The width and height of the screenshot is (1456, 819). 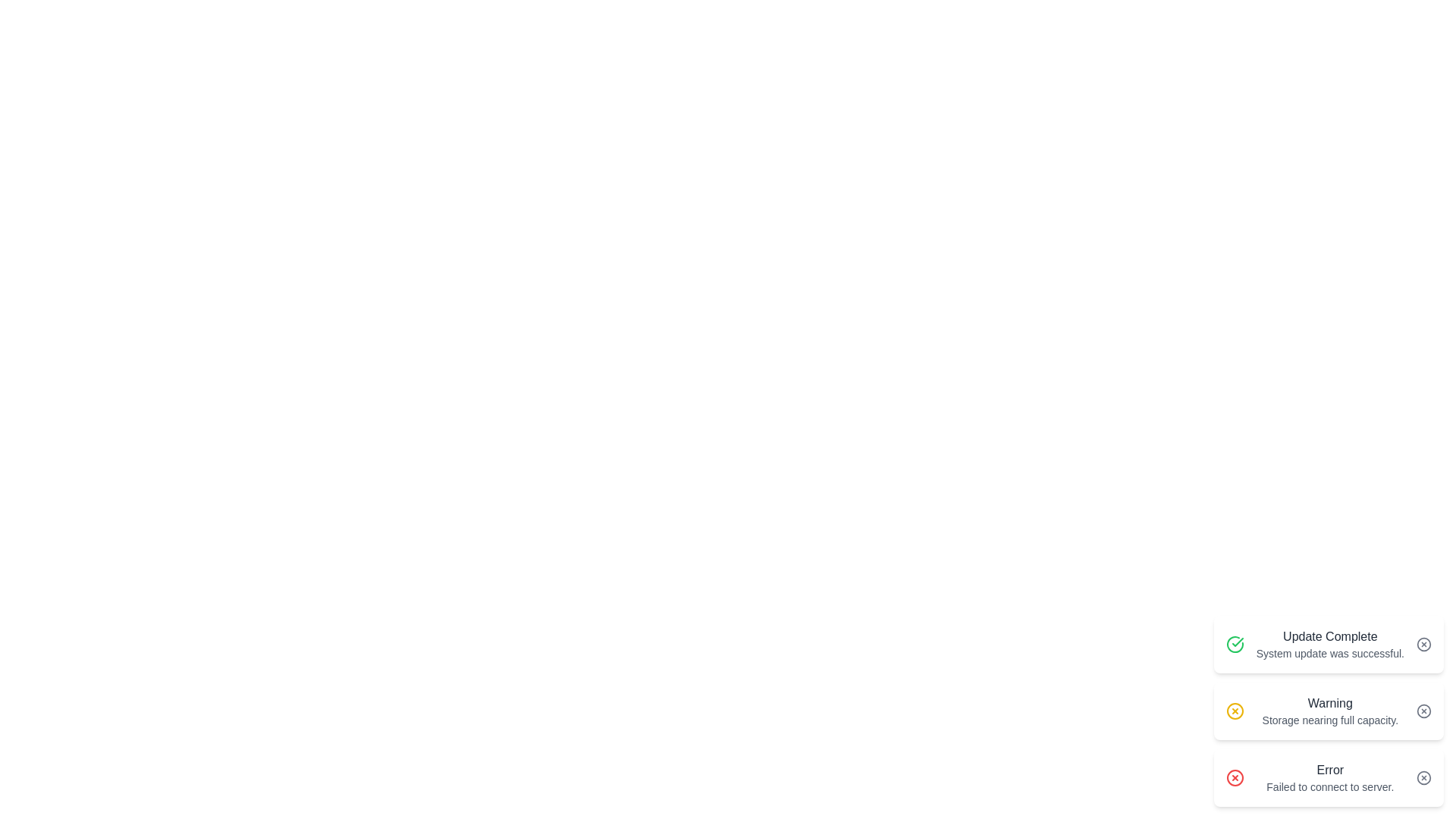 I want to click on the Notification Card displaying a 'Warning' status with the message 'Storage nearing full capacity.' This card is styled with a white background and rounded edges, located in the middle of a stack of notifications, so click(x=1328, y=711).